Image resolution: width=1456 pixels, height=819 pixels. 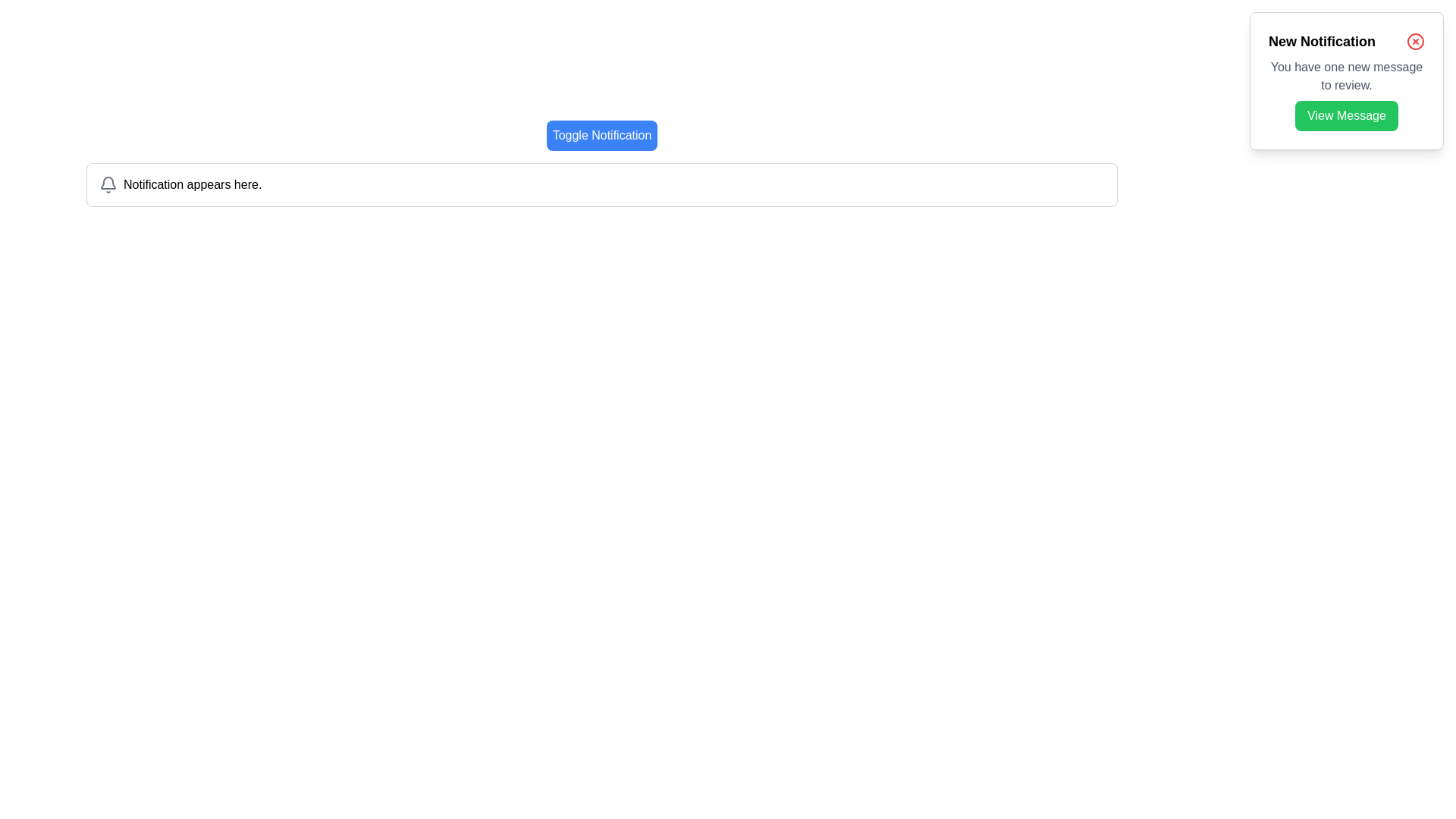 I want to click on the circle icon element representing the 'close' or 'dismiss' functionality located in the top-right corner of the notification card beside the 'New Notification' header, so click(x=1415, y=40).